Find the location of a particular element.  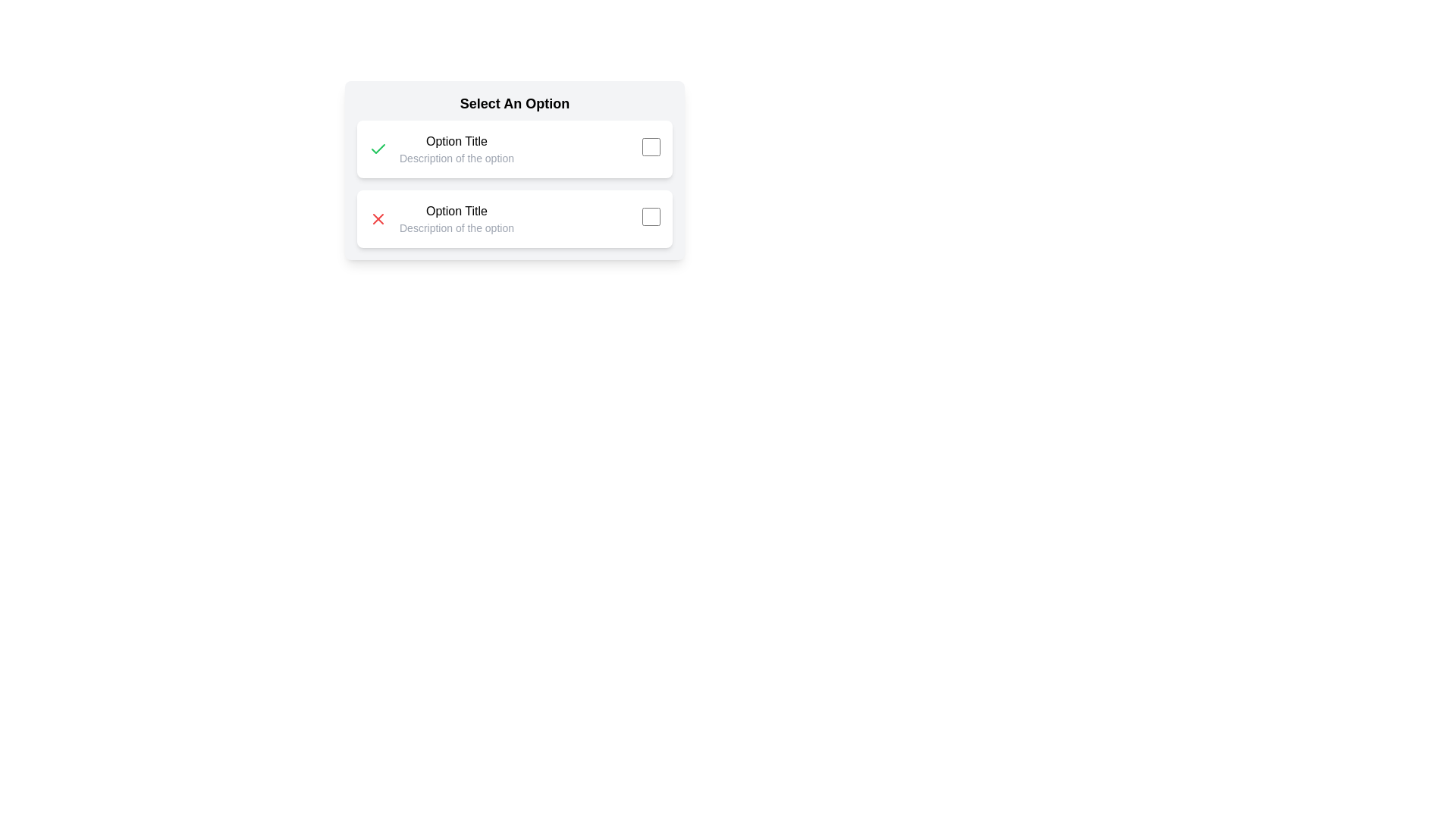

the checkbox located on the right side of the option block under the 'Select An Option' section is located at coordinates (651, 146).